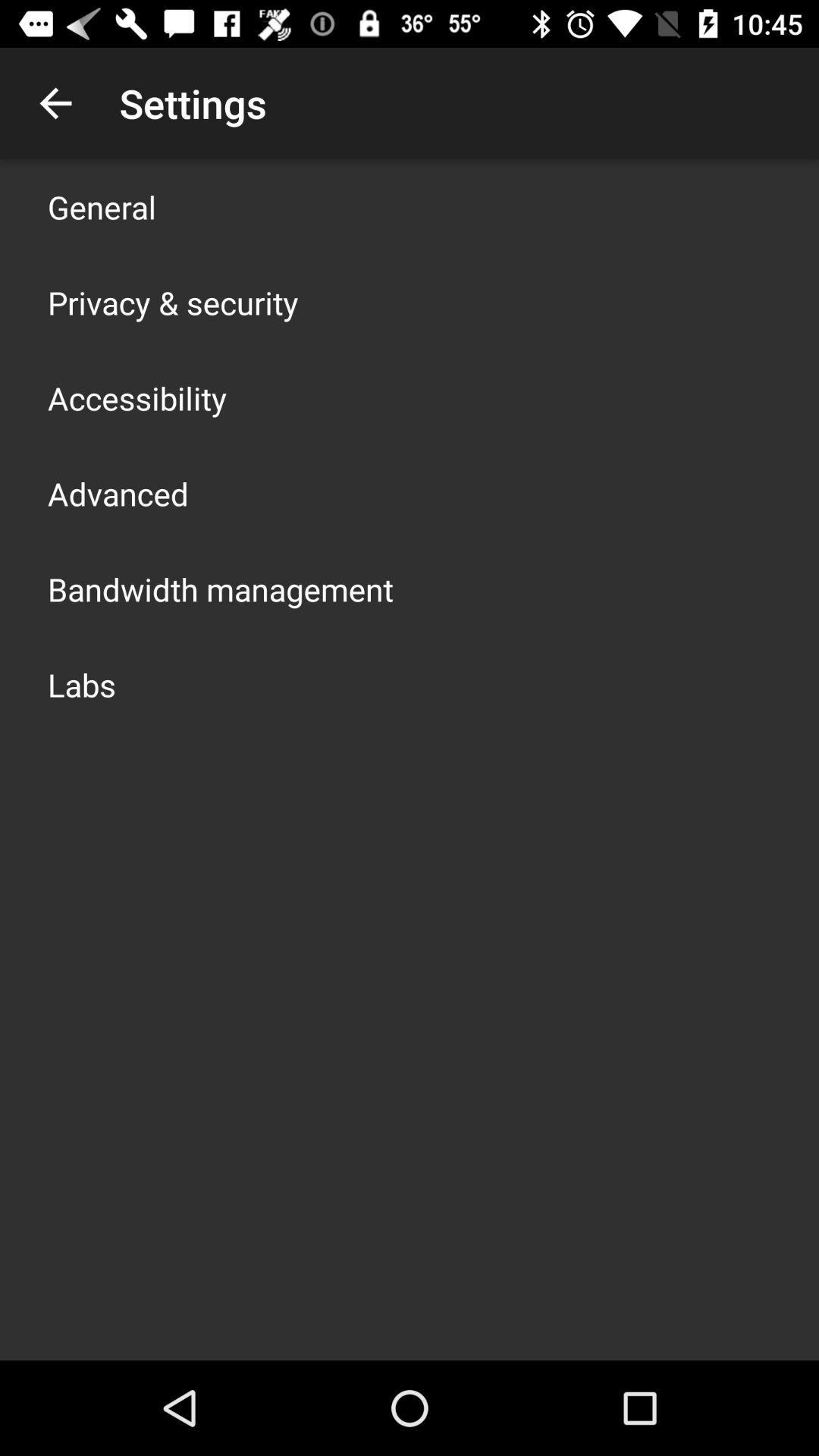  Describe the element at coordinates (117, 494) in the screenshot. I see `app below the accessibility` at that location.